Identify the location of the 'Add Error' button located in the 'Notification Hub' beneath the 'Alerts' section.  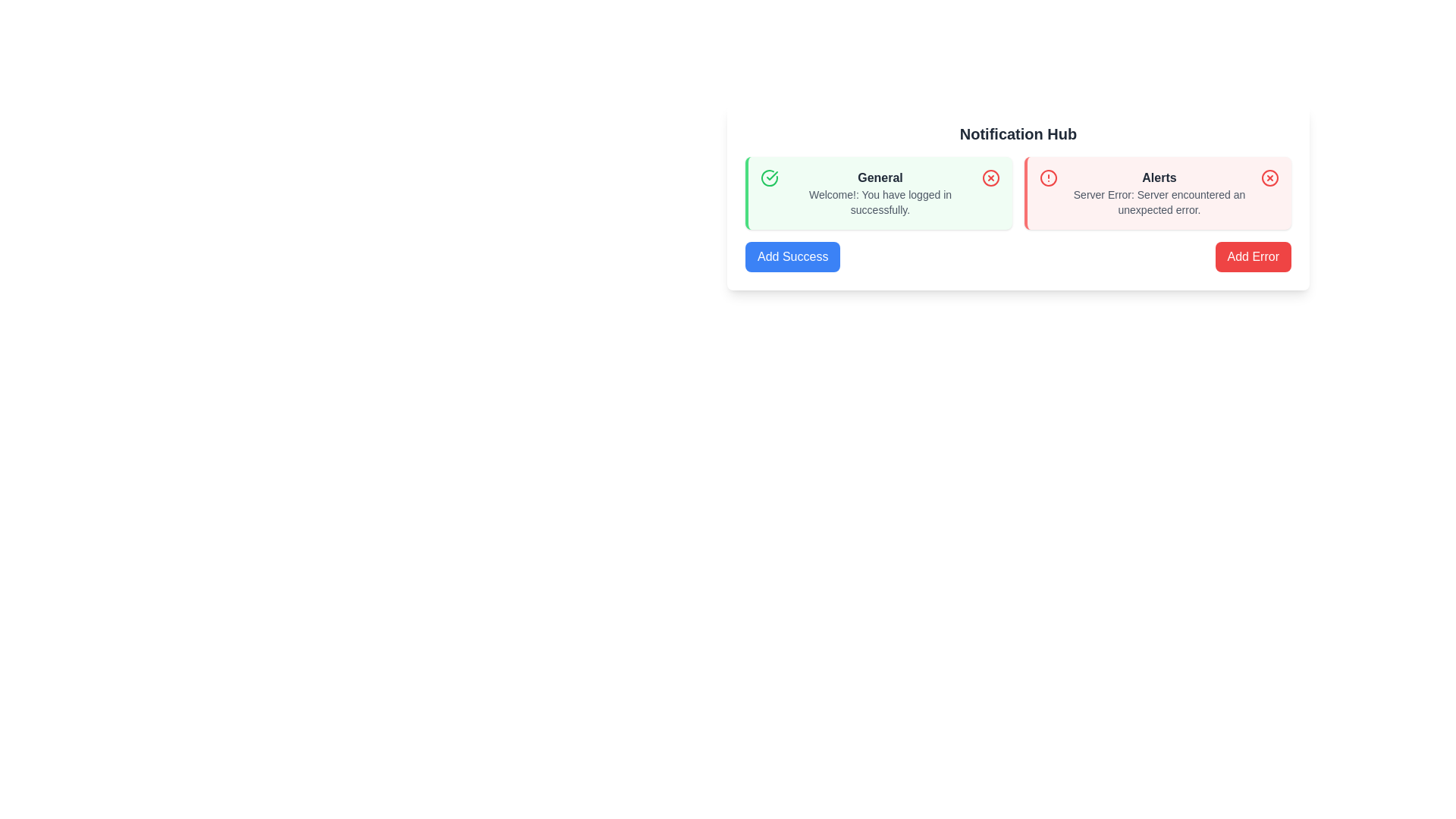
(1253, 256).